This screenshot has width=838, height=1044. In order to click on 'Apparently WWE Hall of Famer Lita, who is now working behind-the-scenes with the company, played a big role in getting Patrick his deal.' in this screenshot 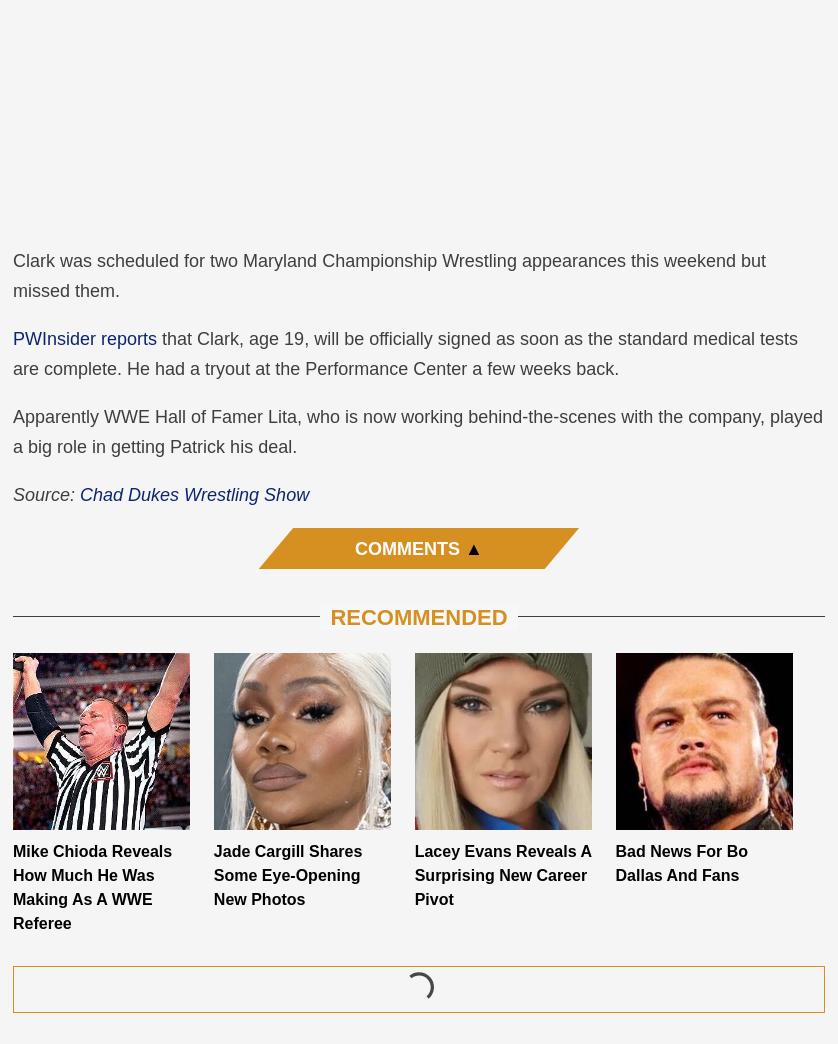, I will do `click(416, 429)`.